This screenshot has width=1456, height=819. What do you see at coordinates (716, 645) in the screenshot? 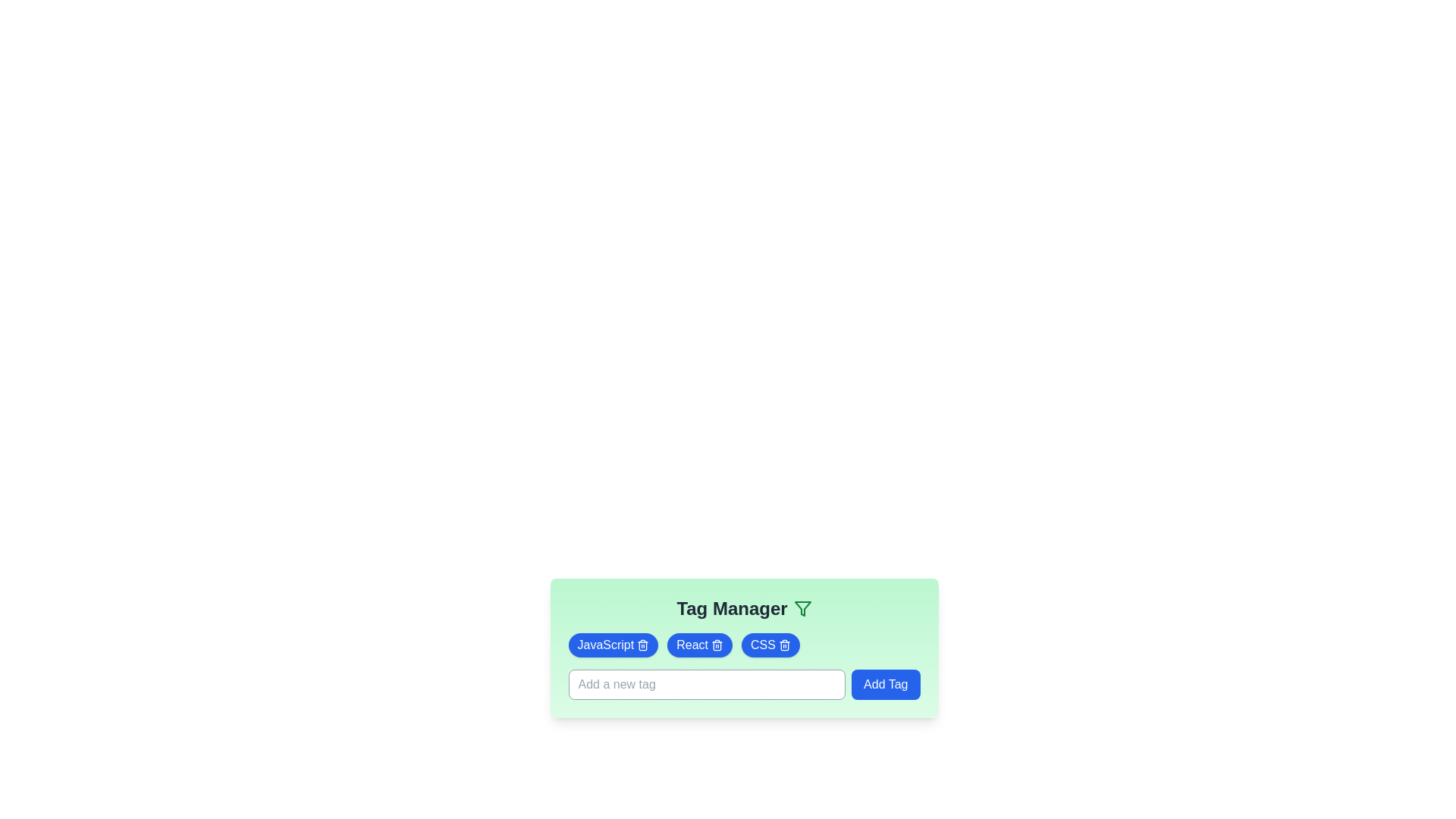
I see `the delete icon button located at the rightmost side of the 'React' tag in the 'Tag Manager' section` at bounding box center [716, 645].